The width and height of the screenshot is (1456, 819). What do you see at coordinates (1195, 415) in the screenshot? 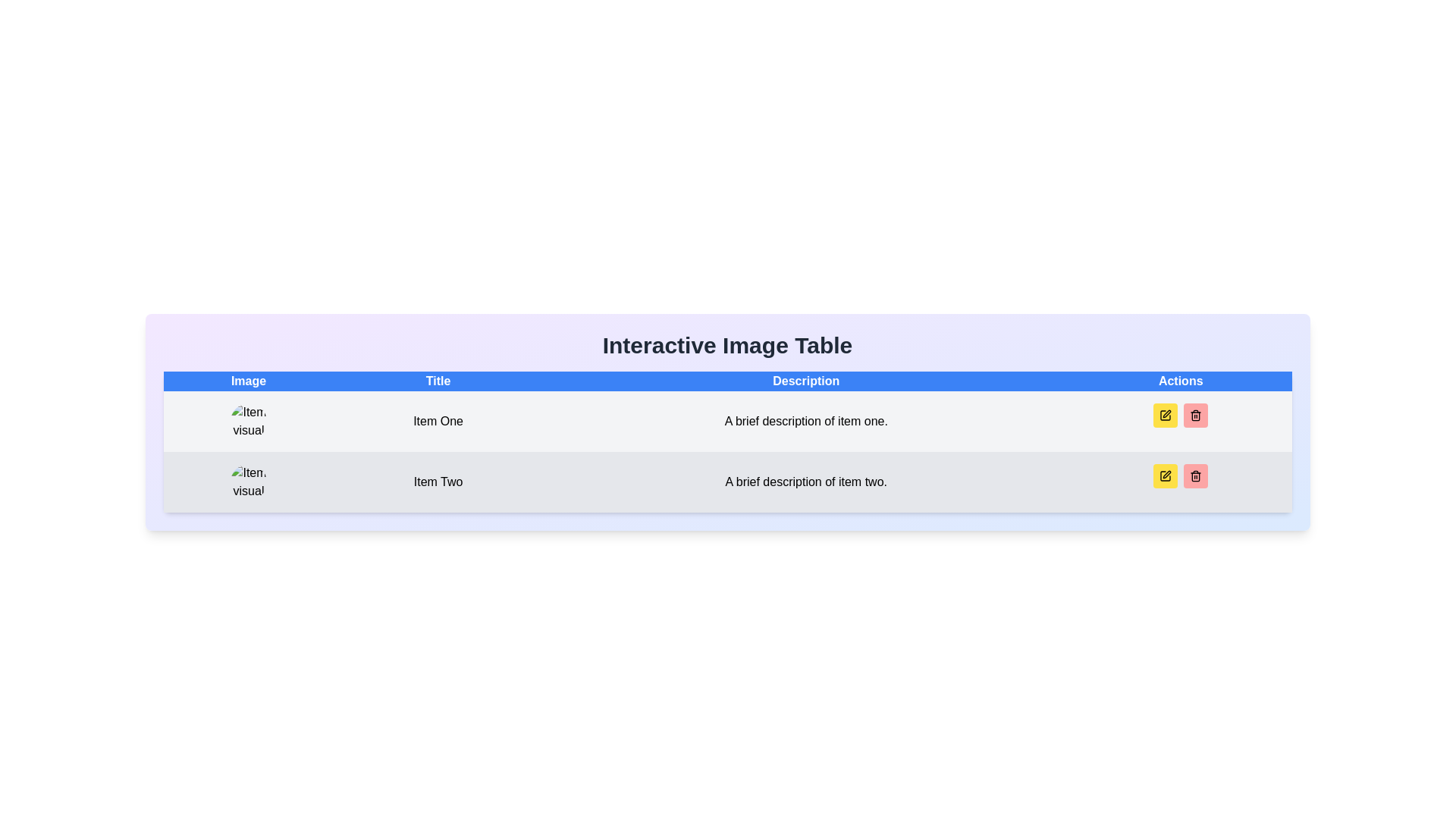
I see `the trash icon button with a red background in the second row of the 'Actions' column` at bounding box center [1195, 415].